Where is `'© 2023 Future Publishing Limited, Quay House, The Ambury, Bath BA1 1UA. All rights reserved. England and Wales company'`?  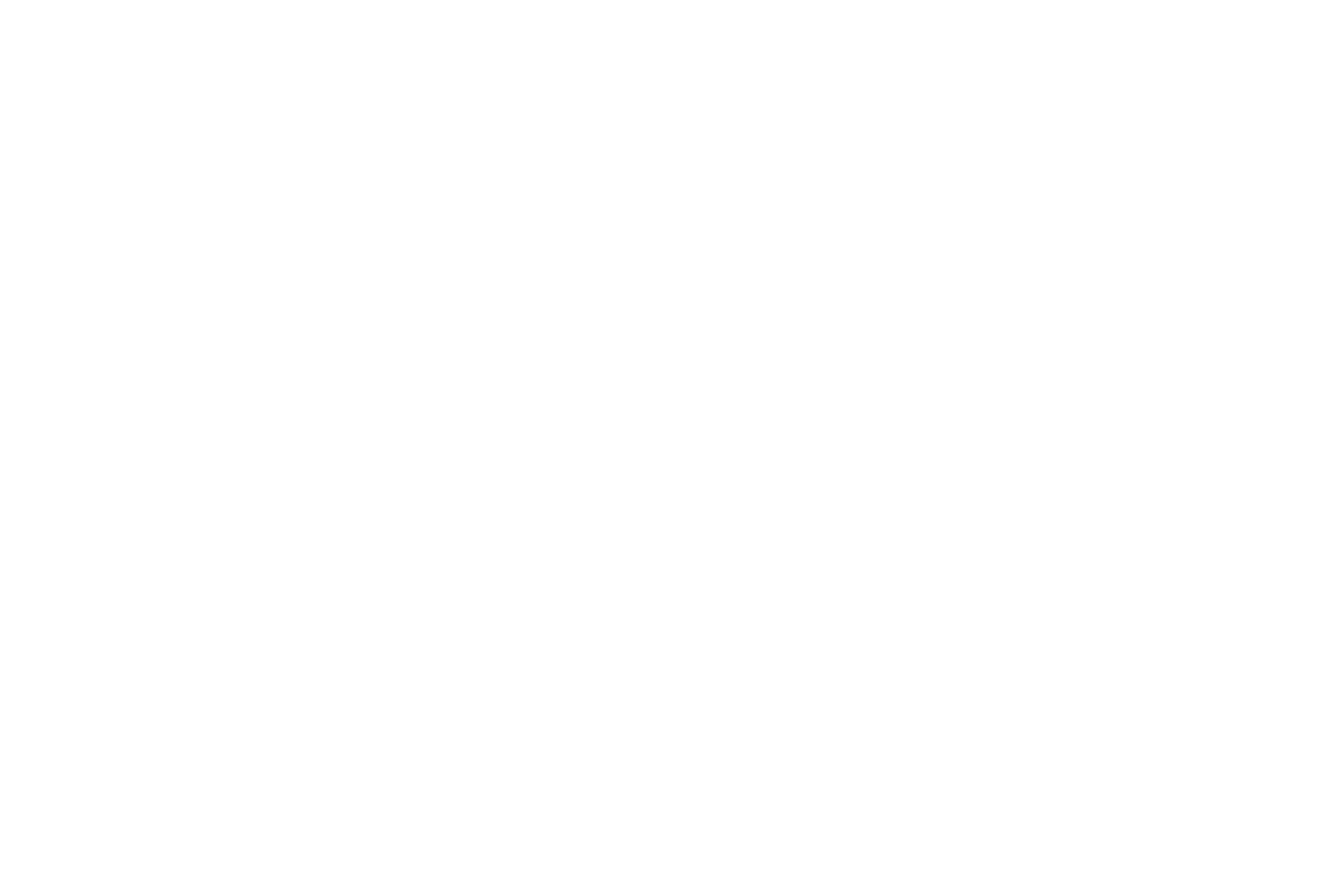 '© 2023 Future Publishing Limited, Quay House, The Ambury, Bath BA1 1UA. All rights reserved. England and Wales company' is located at coordinates (658, 759).